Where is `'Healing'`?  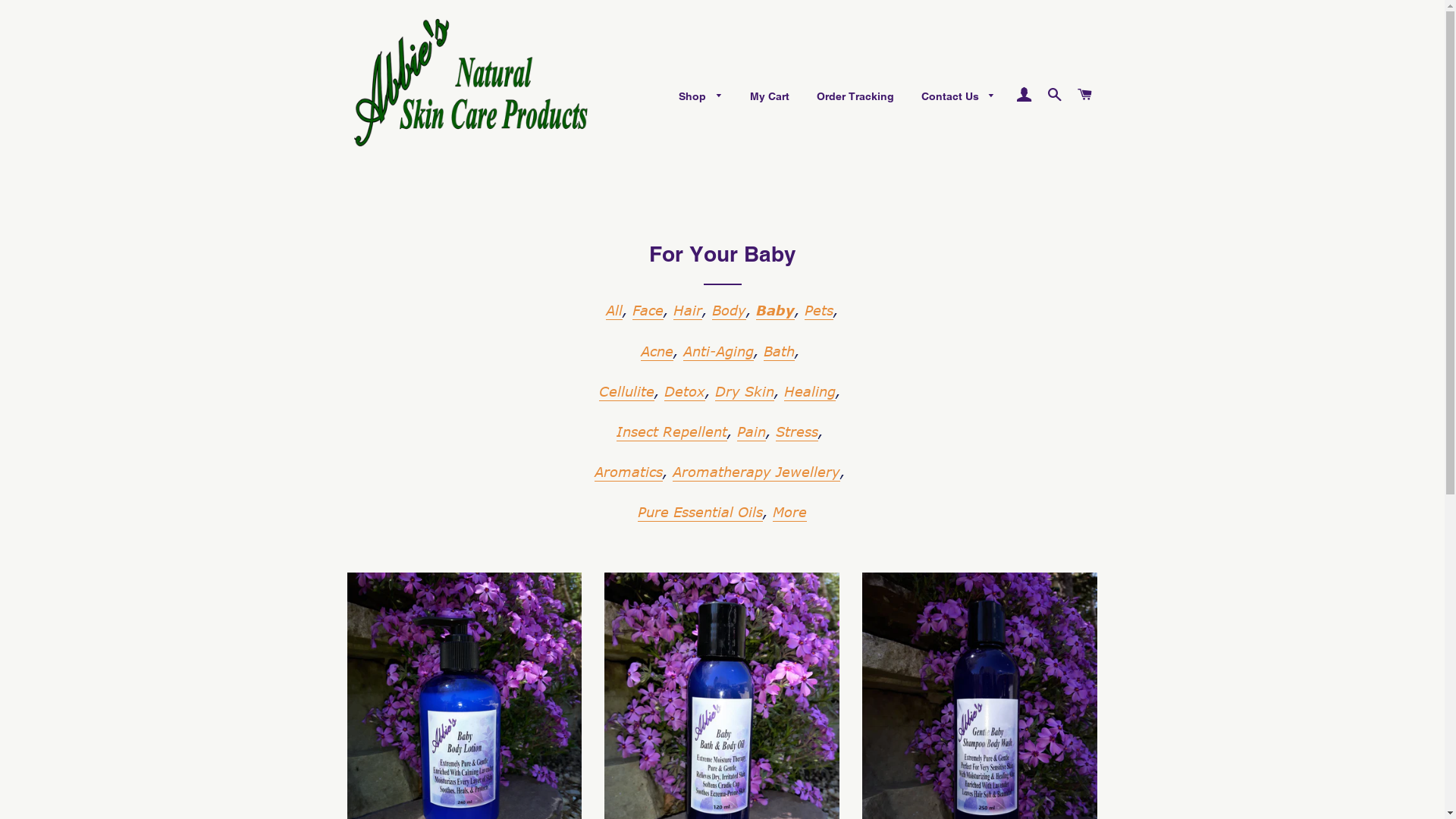 'Healing' is located at coordinates (809, 391).